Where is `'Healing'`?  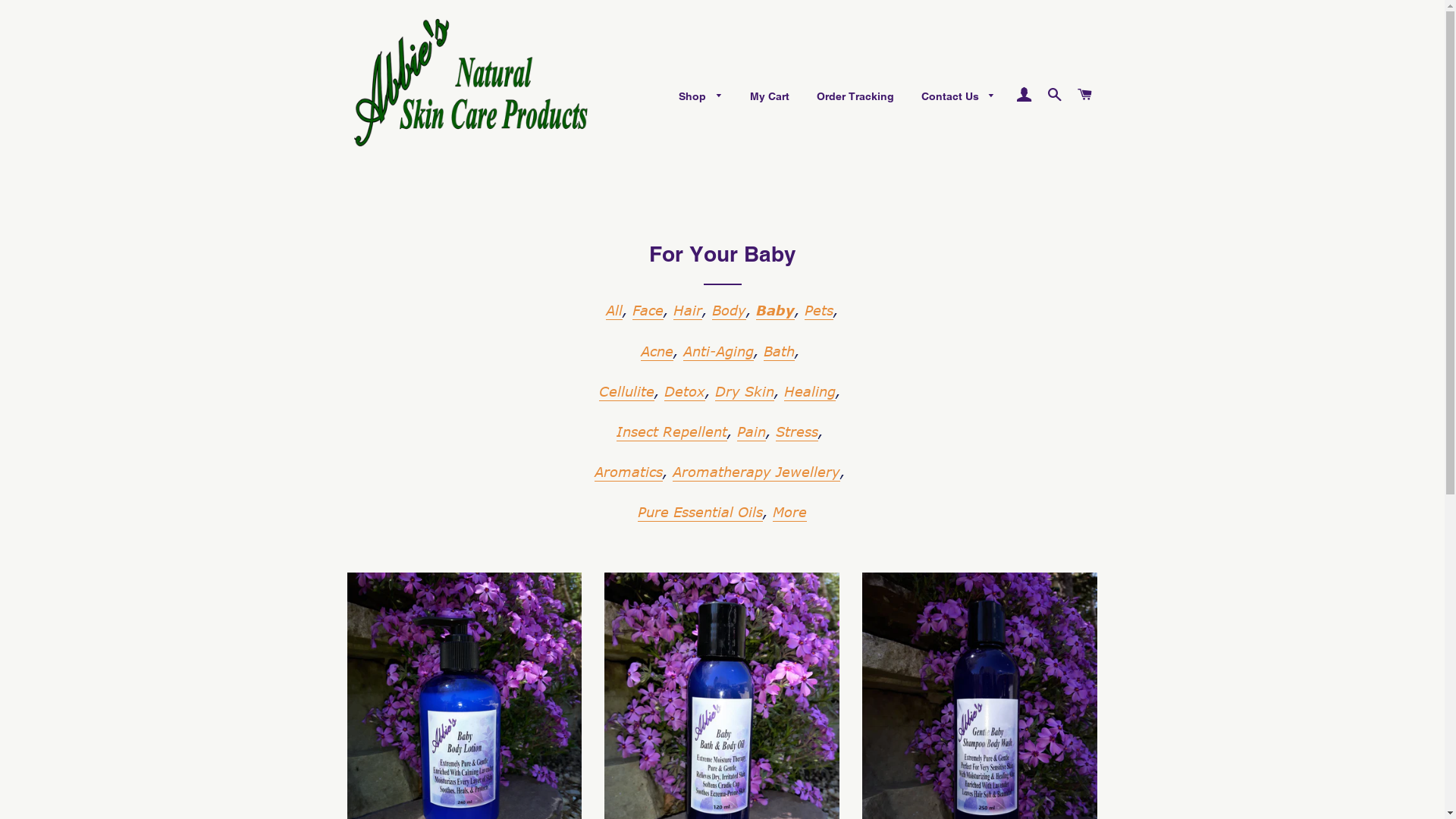 'Healing' is located at coordinates (809, 391).